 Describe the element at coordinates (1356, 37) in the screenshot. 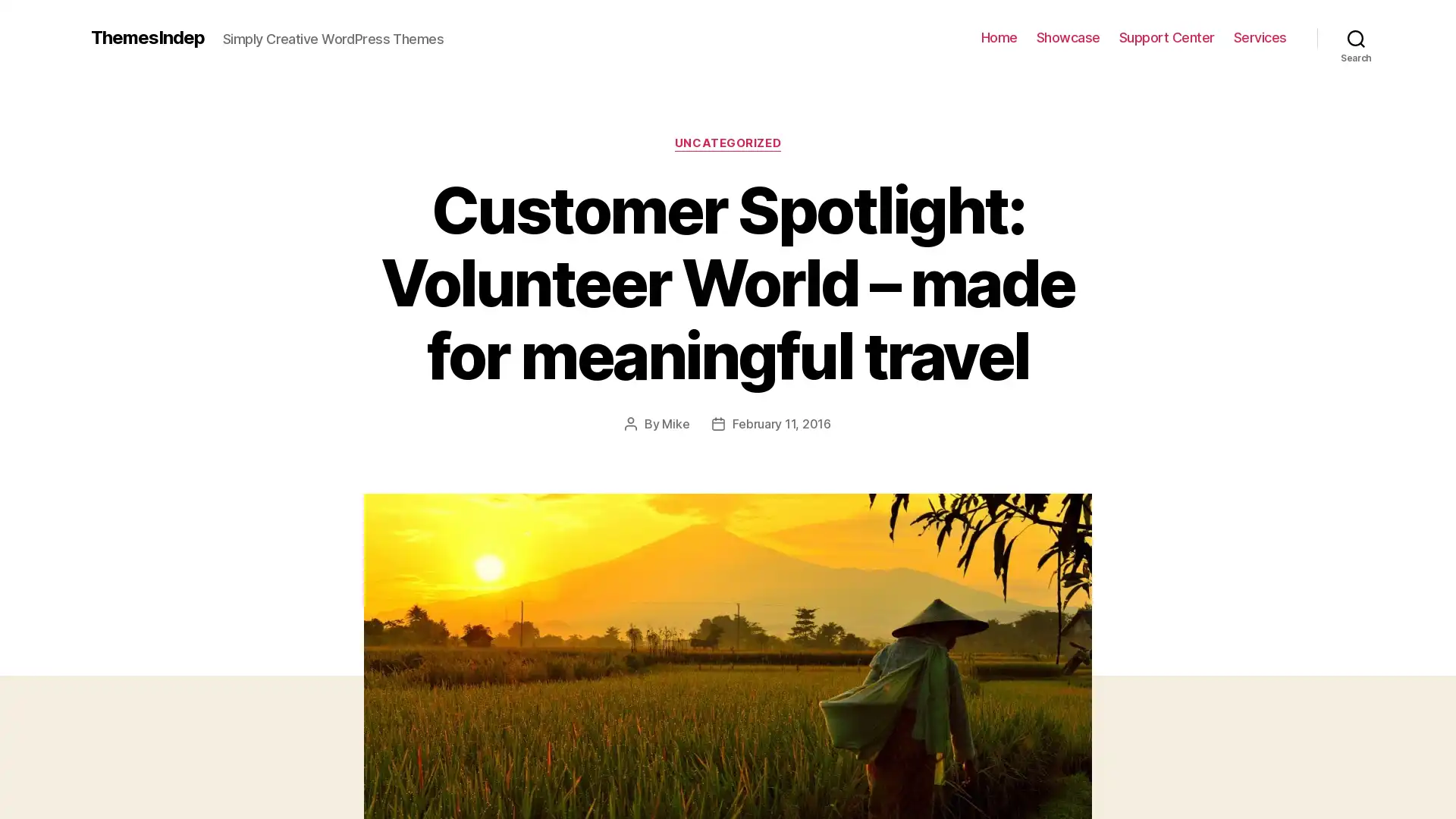

I see `Search` at that location.